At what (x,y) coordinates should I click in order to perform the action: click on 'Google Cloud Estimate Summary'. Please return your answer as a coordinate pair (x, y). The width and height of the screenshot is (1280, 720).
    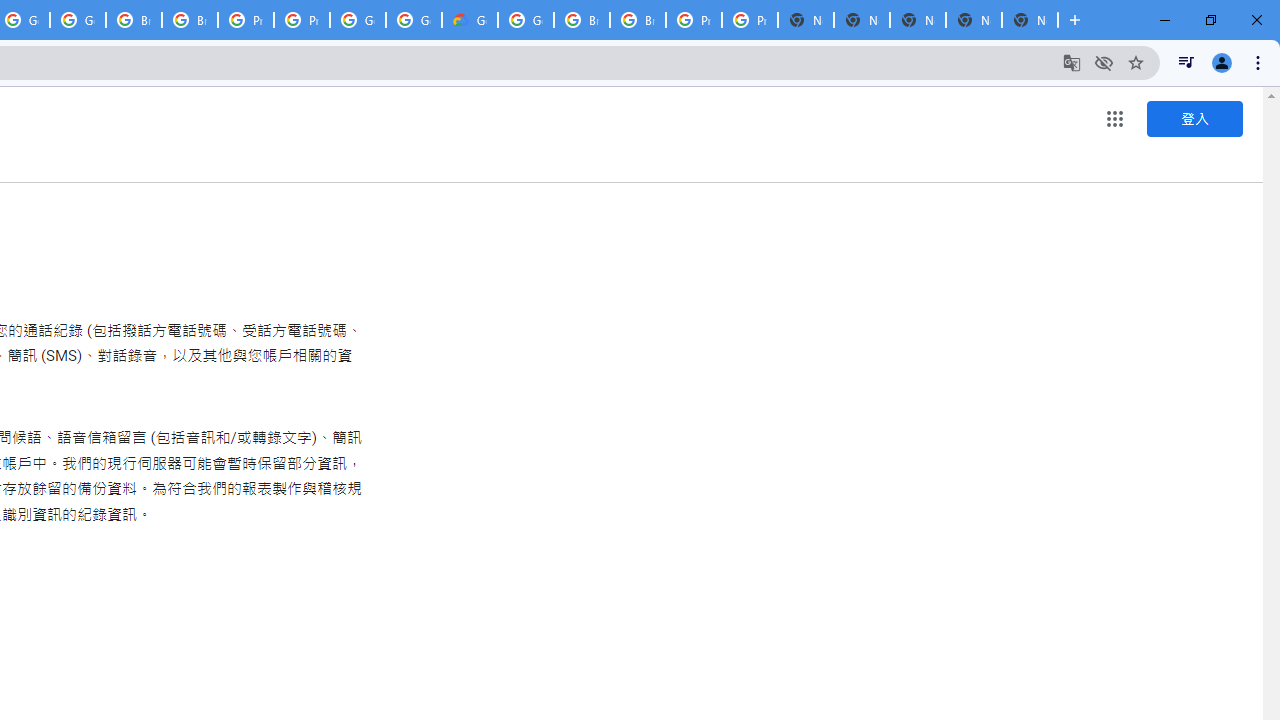
    Looking at the image, I should click on (468, 20).